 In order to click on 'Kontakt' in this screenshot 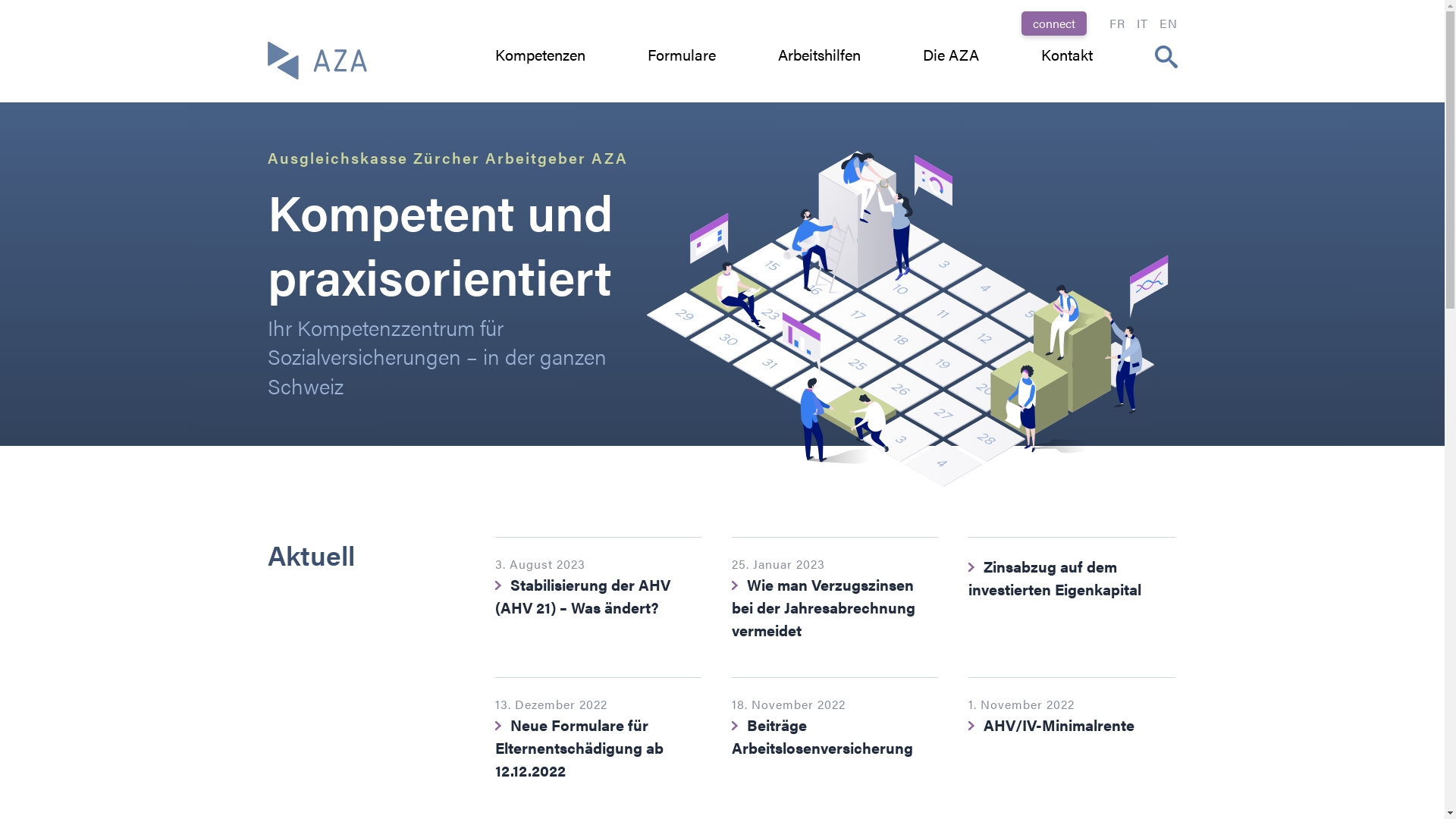, I will do `click(1040, 54)`.